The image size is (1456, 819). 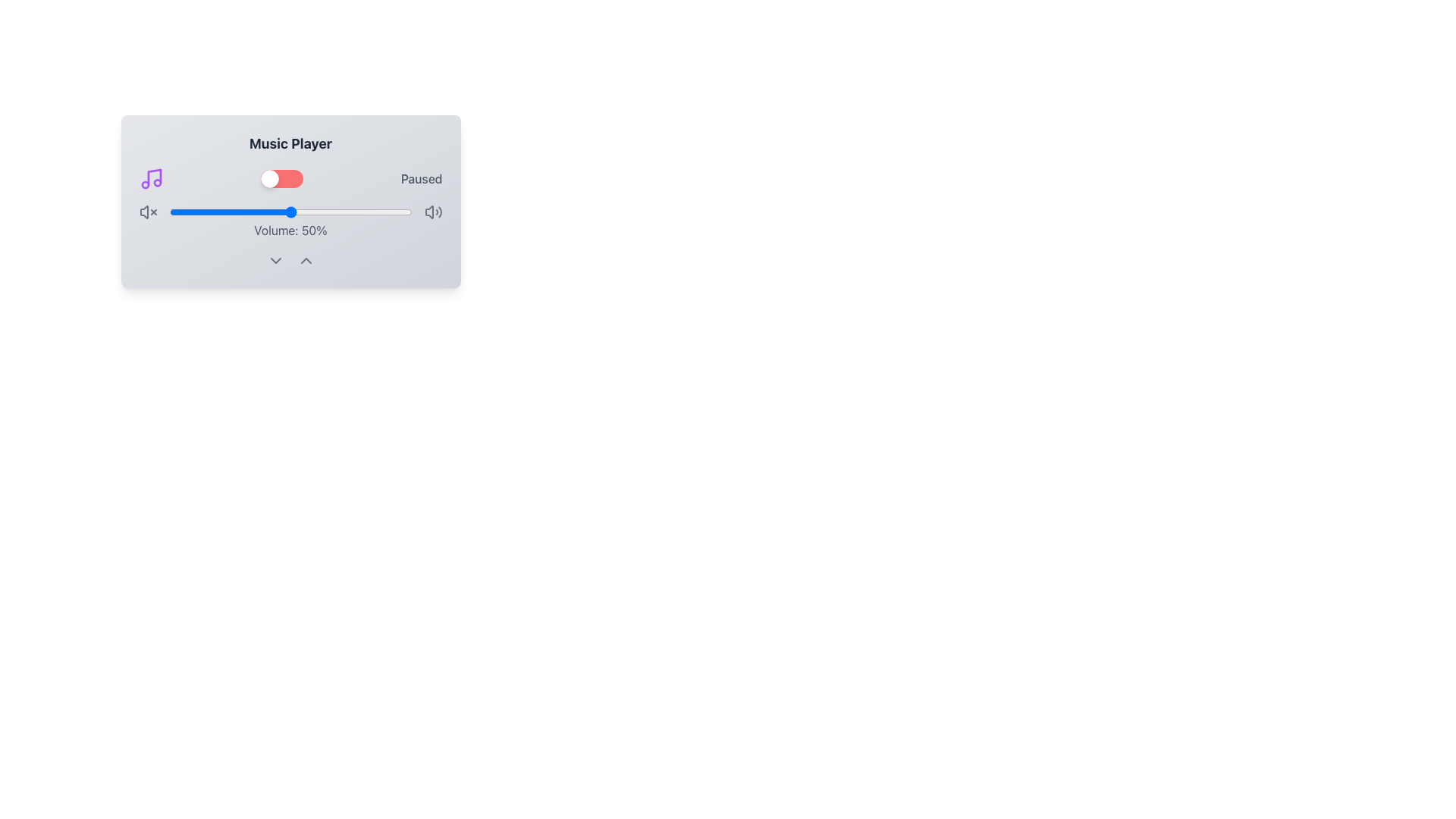 What do you see at coordinates (282, 177) in the screenshot?
I see `the horizontal toggle switch with a red background and a white circular knob` at bounding box center [282, 177].